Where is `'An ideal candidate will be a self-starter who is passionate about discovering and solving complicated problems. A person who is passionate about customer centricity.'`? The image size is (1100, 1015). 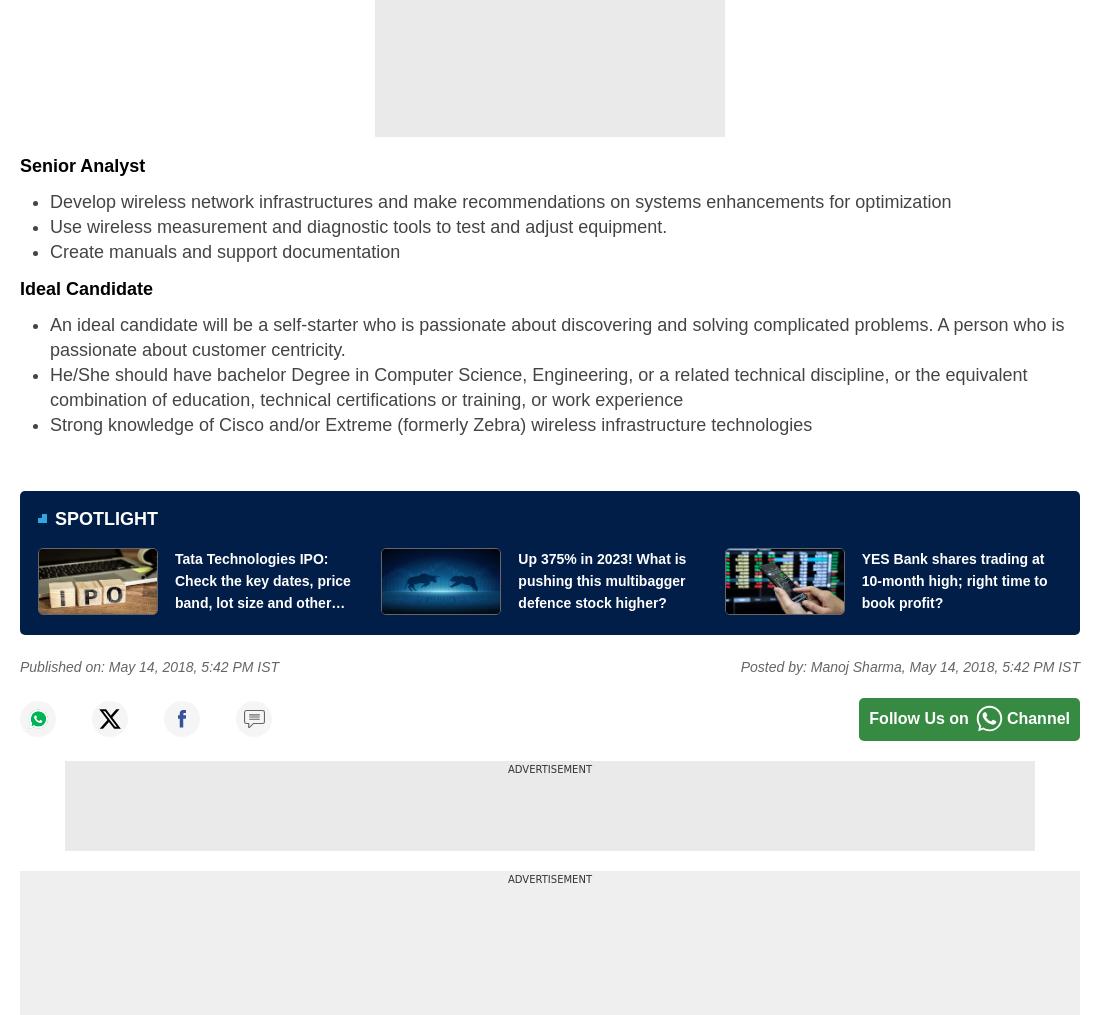 'An ideal candidate will be a self-starter who is passionate about discovering and solving complicated problems. A person who is passionate about customer centricity.' is located at coordinates (556, 335).